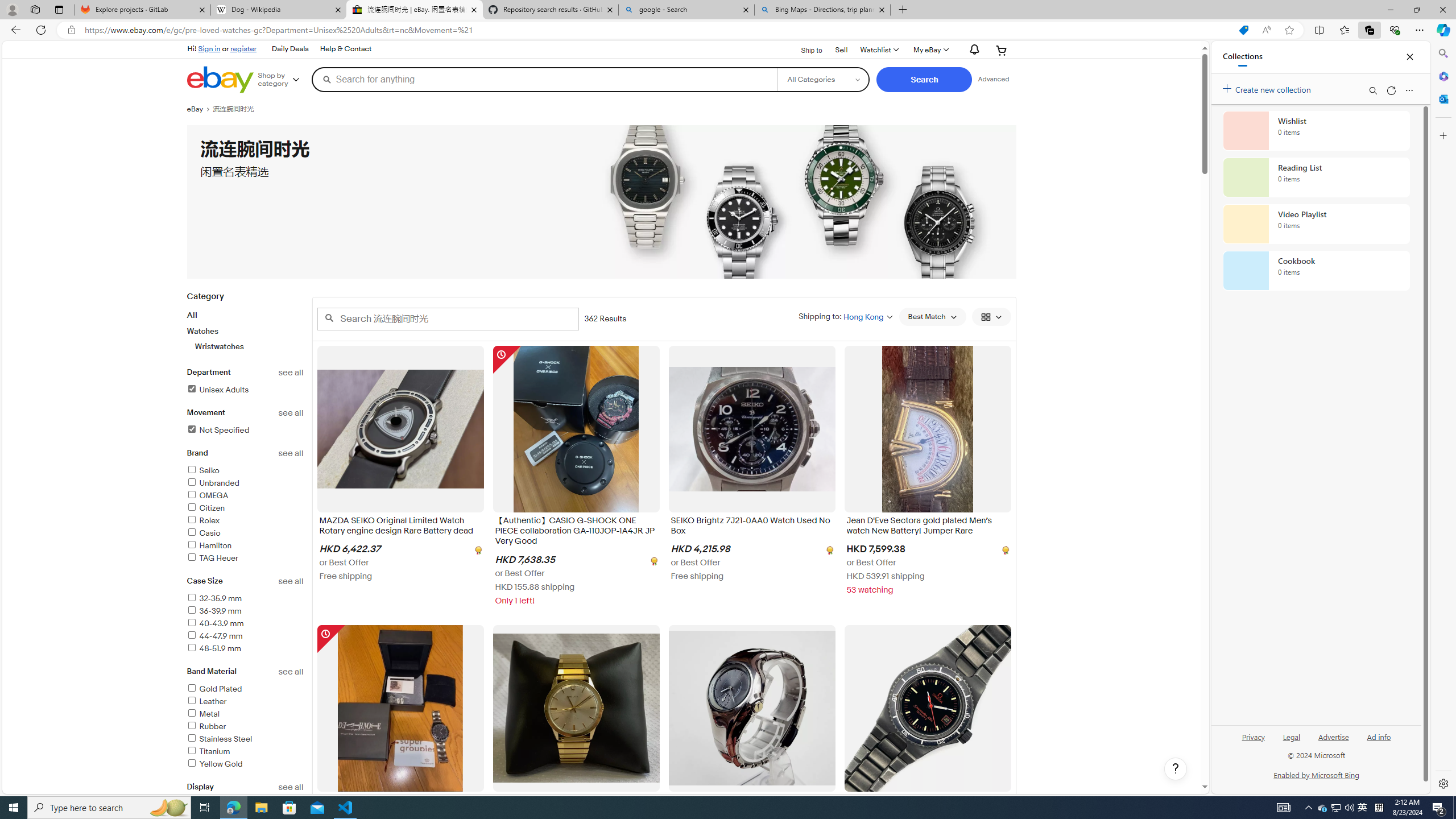 The height and width of the screenshot is (819, 1456). What do you see at coordinates (204, 533) in the screenshot?
I see `'Casio'` at bounding box center [204, 533].